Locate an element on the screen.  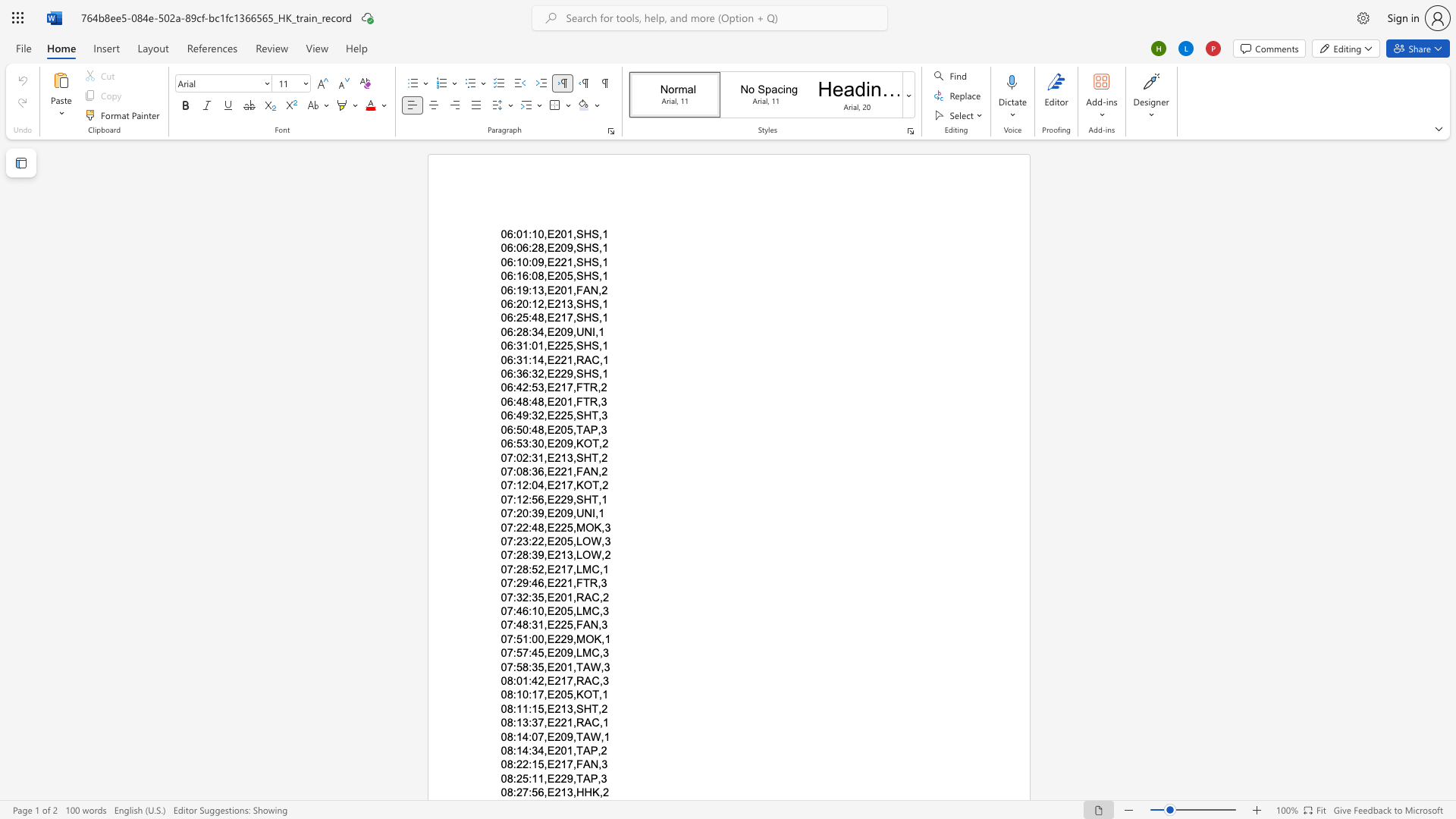
the subset text "209" within the text "06:53:30,E209,KOT,2" is located at coordinates (554, 444).